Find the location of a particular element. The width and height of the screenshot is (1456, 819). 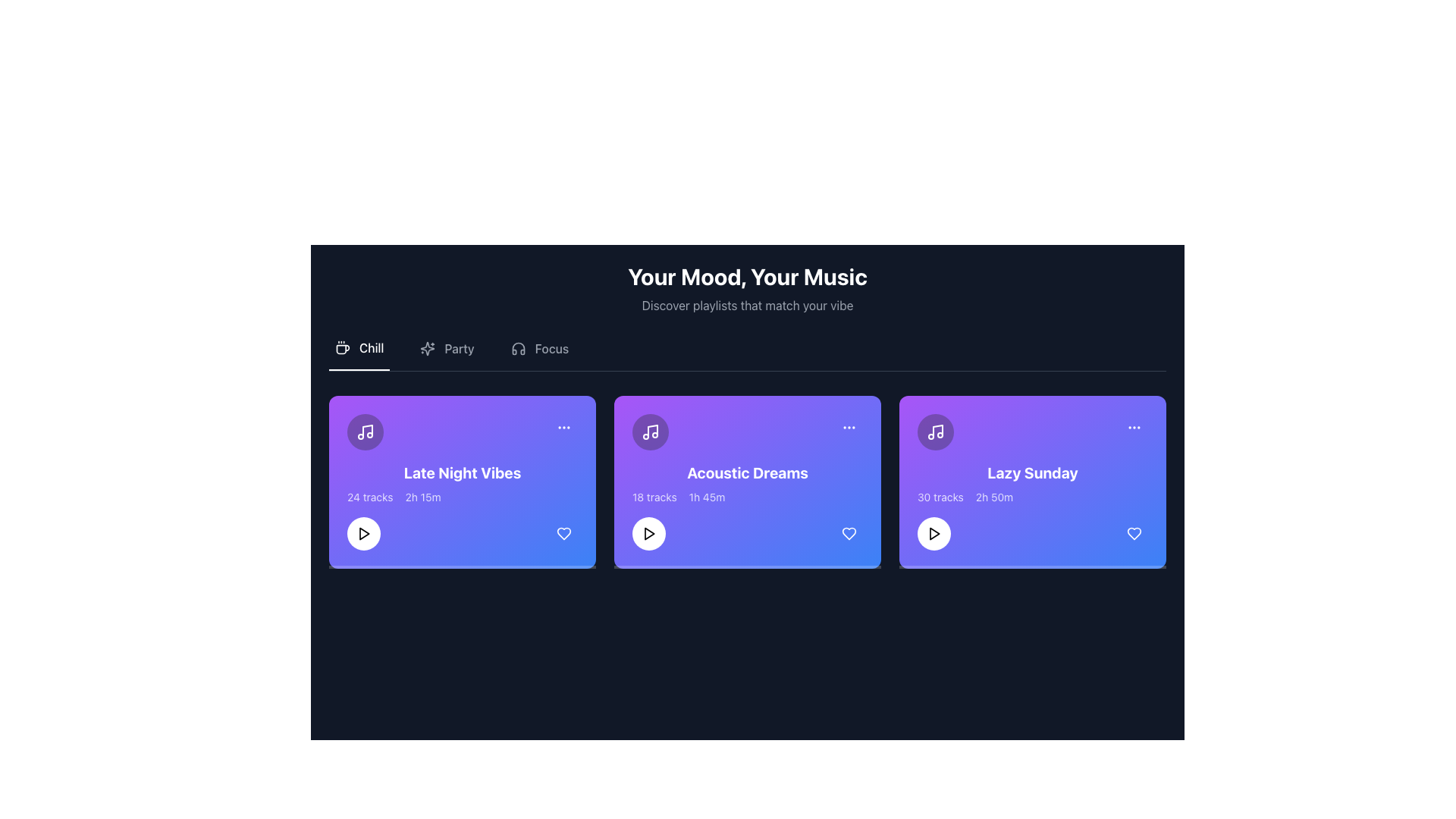

duration information displayed in the Text label indicating the total duration of the playlist labeled 'Acoustic Dreams', which is located in the second card from the left, as the second text element to the right of the '18 tracks' text is located at coordinates (706, 497).